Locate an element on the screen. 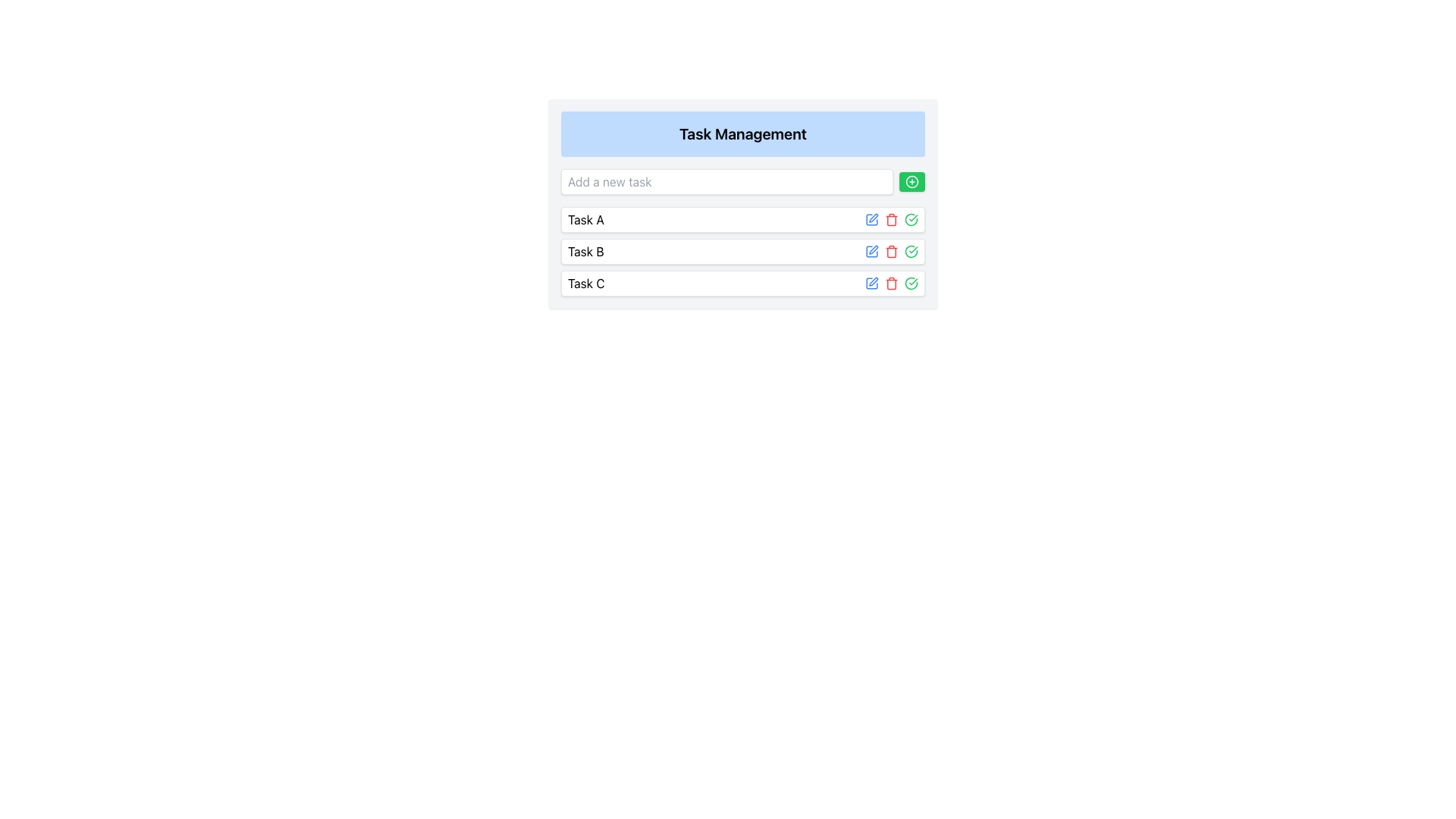 Image resolution: width=1456 pixels, height=819 pixels. the red-colored trash icon button located on the row labeled 'Task A' to initiate deletion of the task is located at coordinates (892, 219).